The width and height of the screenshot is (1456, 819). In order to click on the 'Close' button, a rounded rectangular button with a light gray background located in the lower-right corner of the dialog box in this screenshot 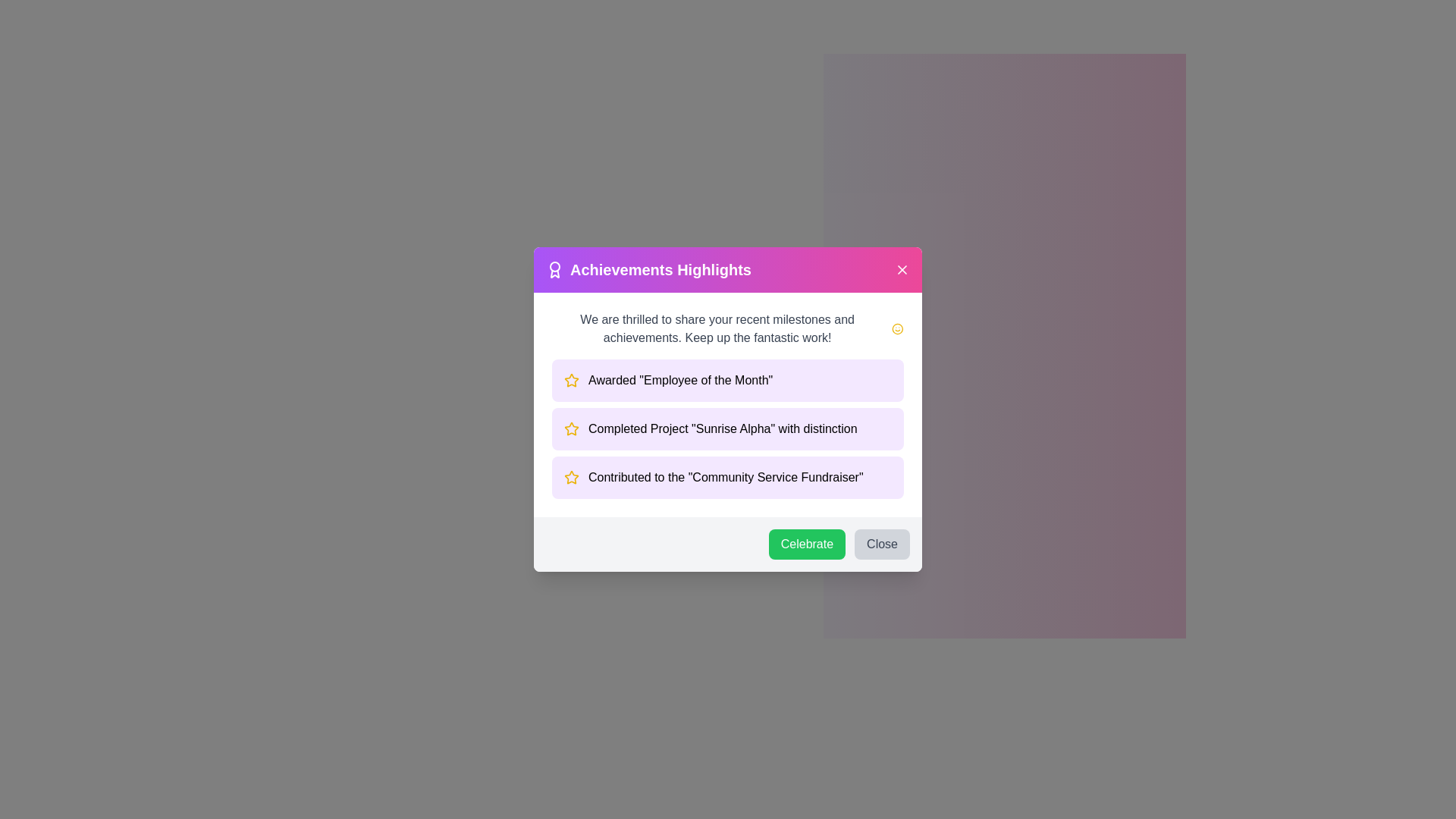, I will do `click(882, 543)`.